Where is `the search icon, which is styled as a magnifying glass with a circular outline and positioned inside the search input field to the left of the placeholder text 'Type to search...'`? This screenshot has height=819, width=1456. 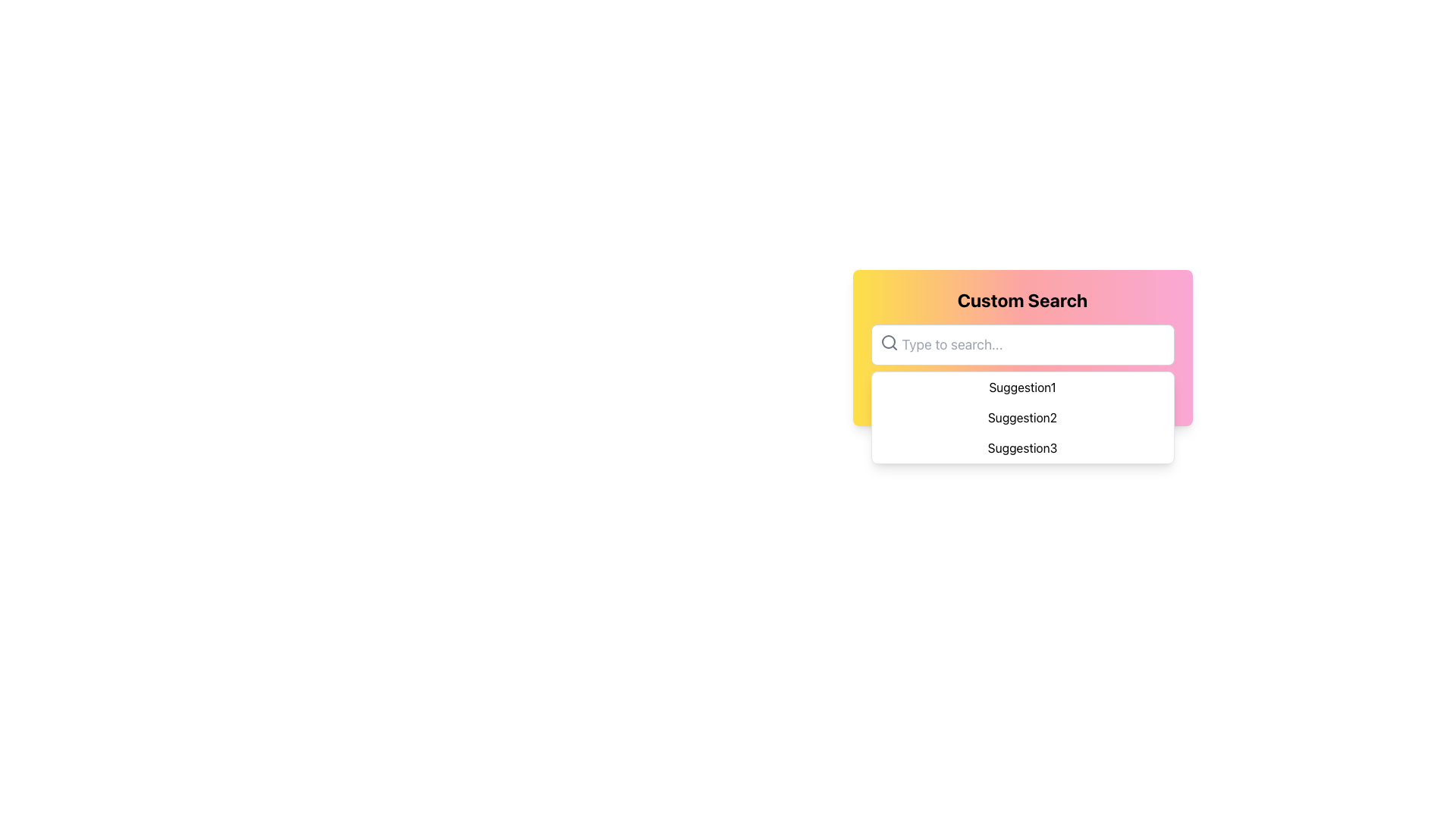
the search icon, which is styled as a magnifying glass with a circular outline and positioned inside the search input field to the left of the placeholder text 'Type to search...' is located at coordinates (889, 342).